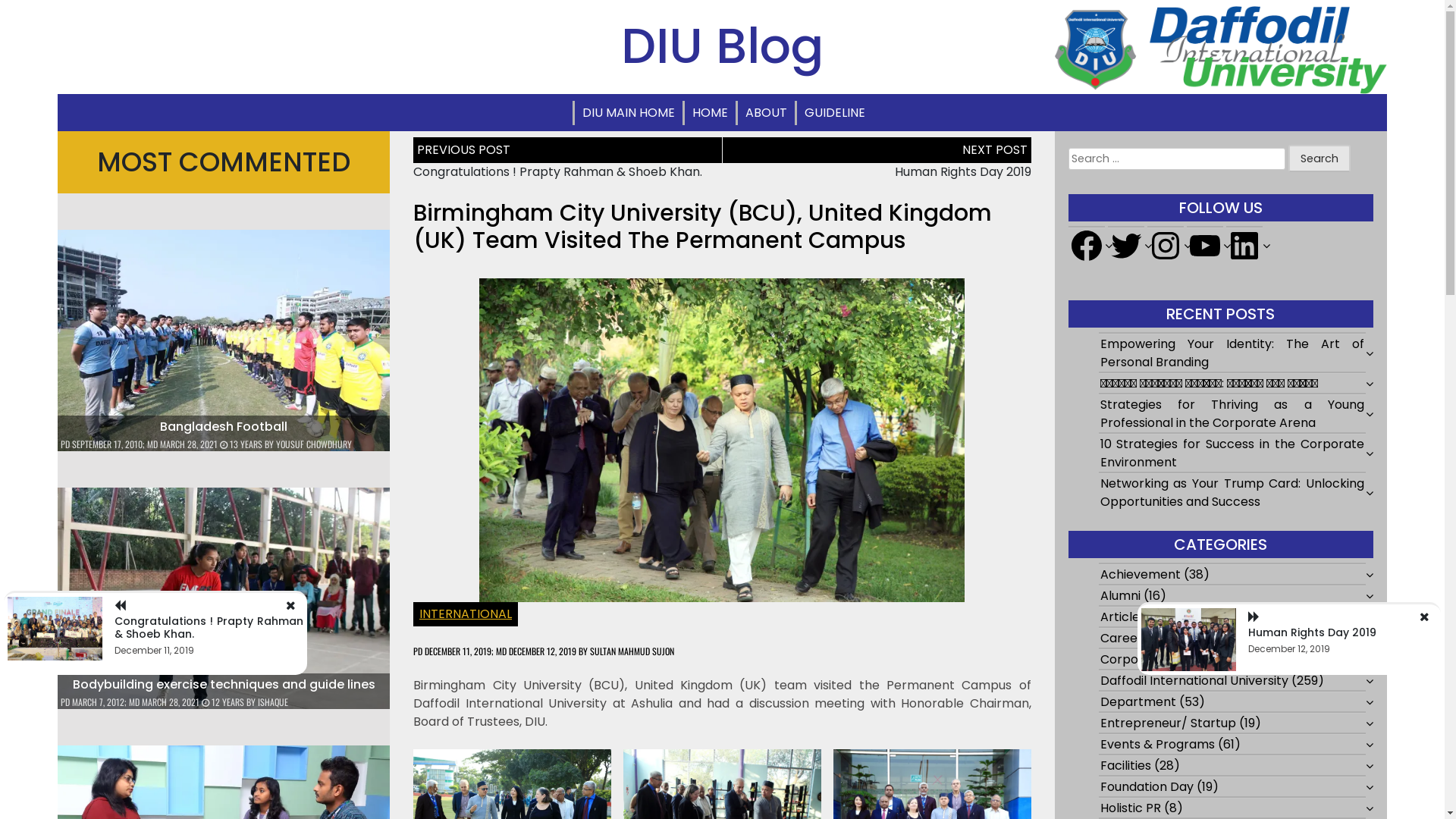 The width and height of the screenshot is (1456, 819). What do you see at coordinates (1120, 617) in the screenshot?
I see `'Article'` at bounding box center [1120, 617].